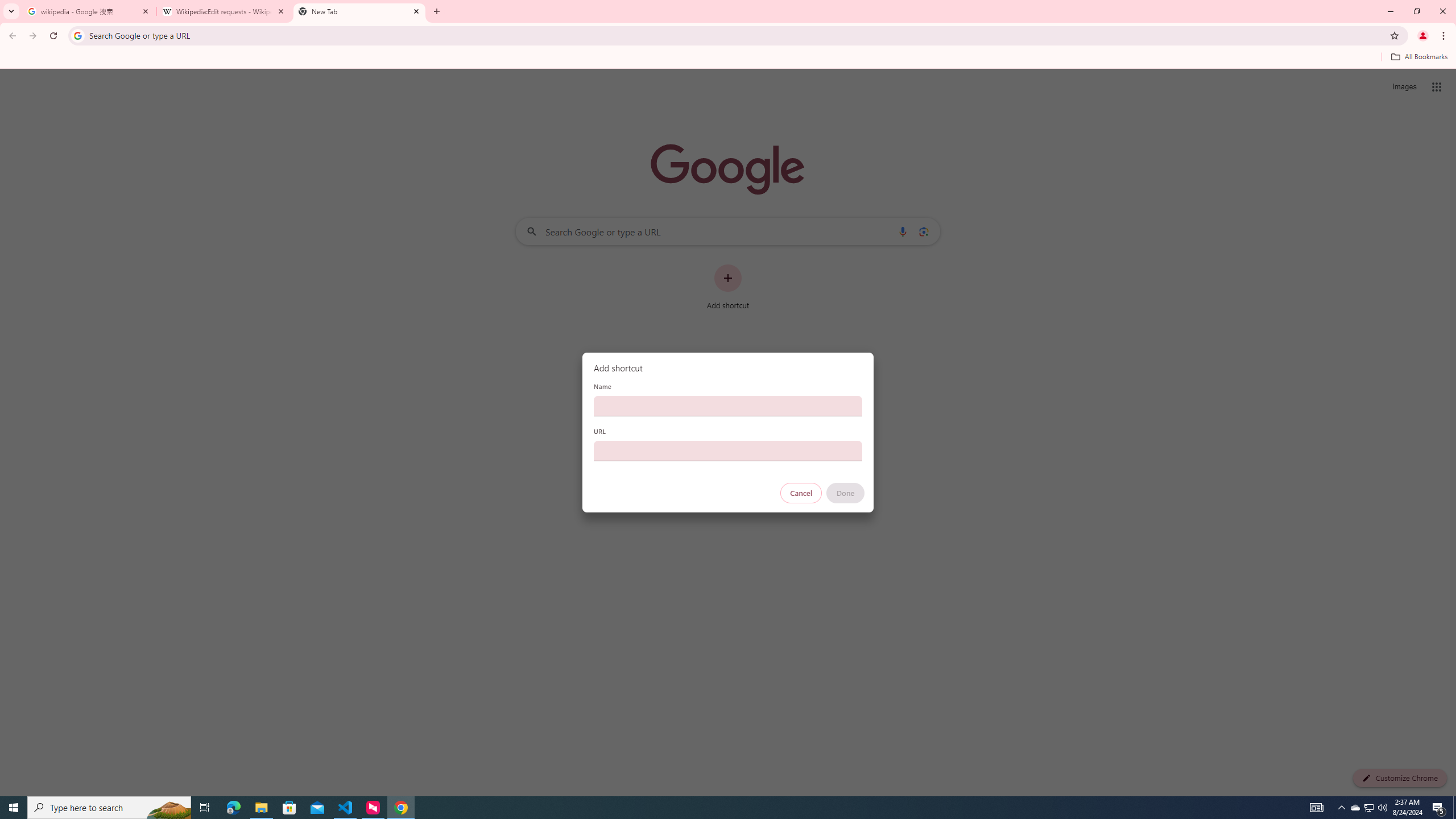 This screenshot has width=1456, height=819. What do you see at coordinates (1393, 35) in the screenshot?
I see `'Bookmark this tab'` at bounding box center [1393, 35].